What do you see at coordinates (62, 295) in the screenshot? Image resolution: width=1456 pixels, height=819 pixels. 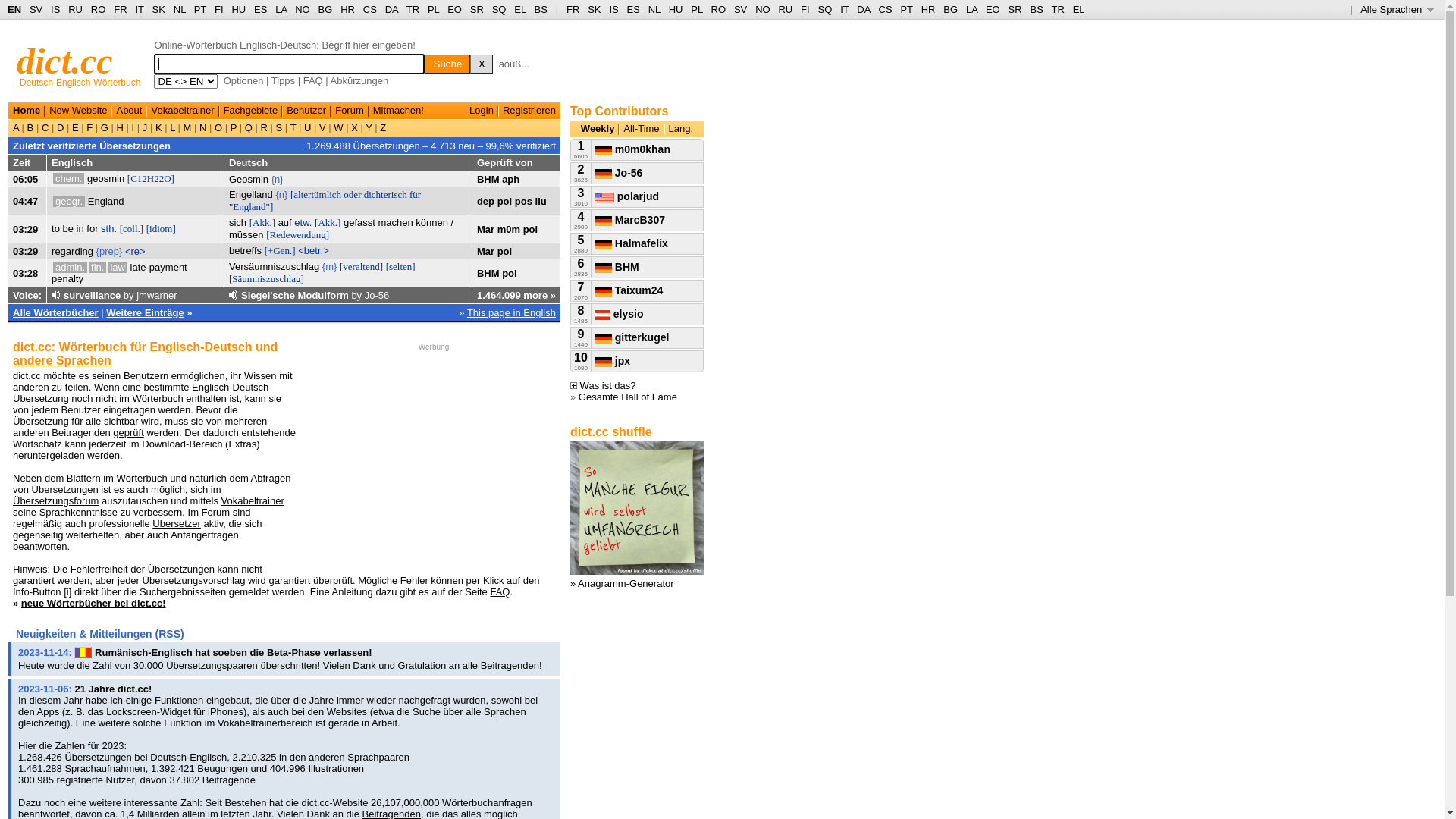 I see `'surveillance'` at bounding box center [62, 295].